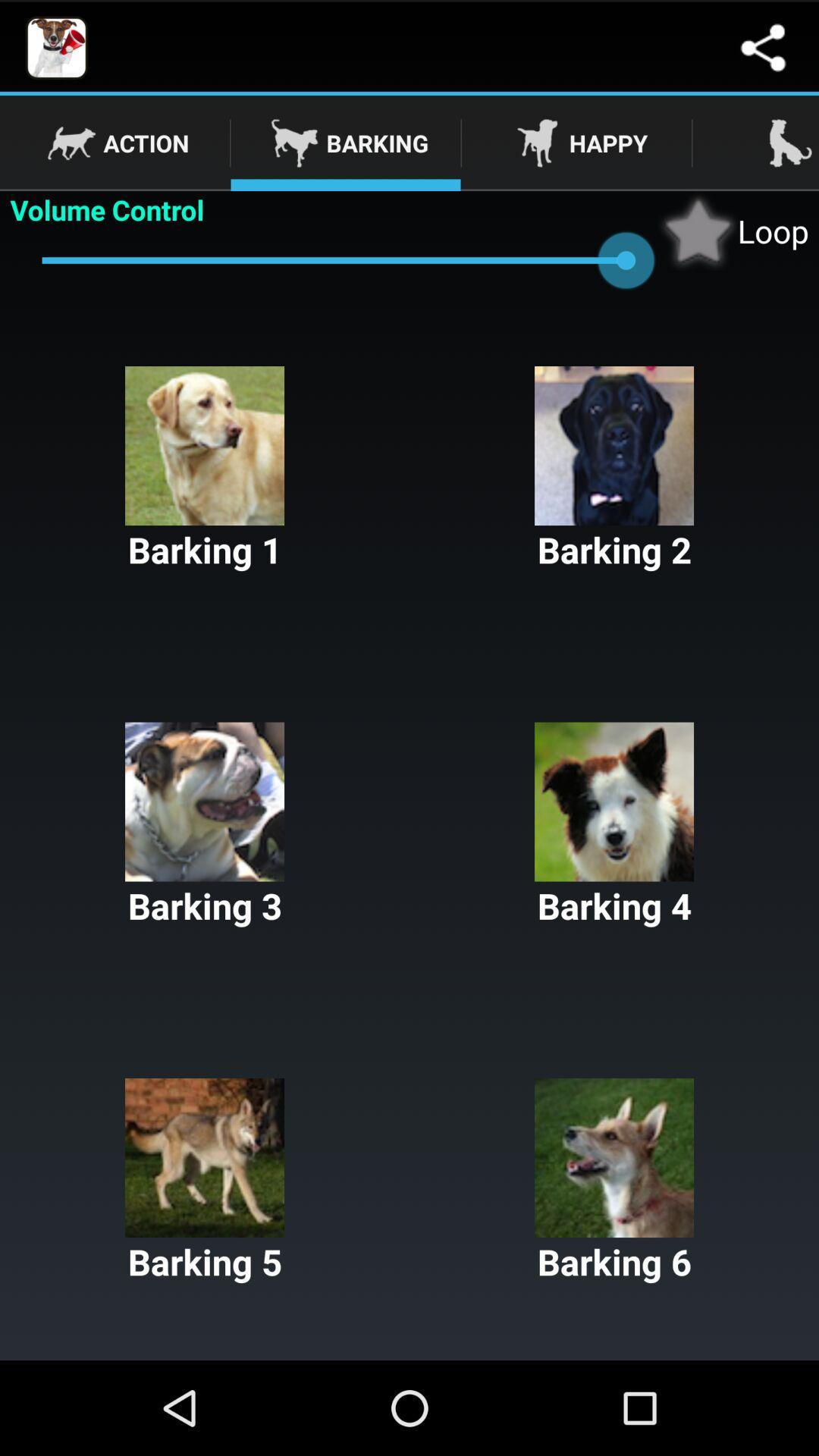 The height and width of the screenshot is (1456, 819). What do you see at coordinates (733, 230) in the screenshot?
I see `loop icon` at bounding box center [733, 230].